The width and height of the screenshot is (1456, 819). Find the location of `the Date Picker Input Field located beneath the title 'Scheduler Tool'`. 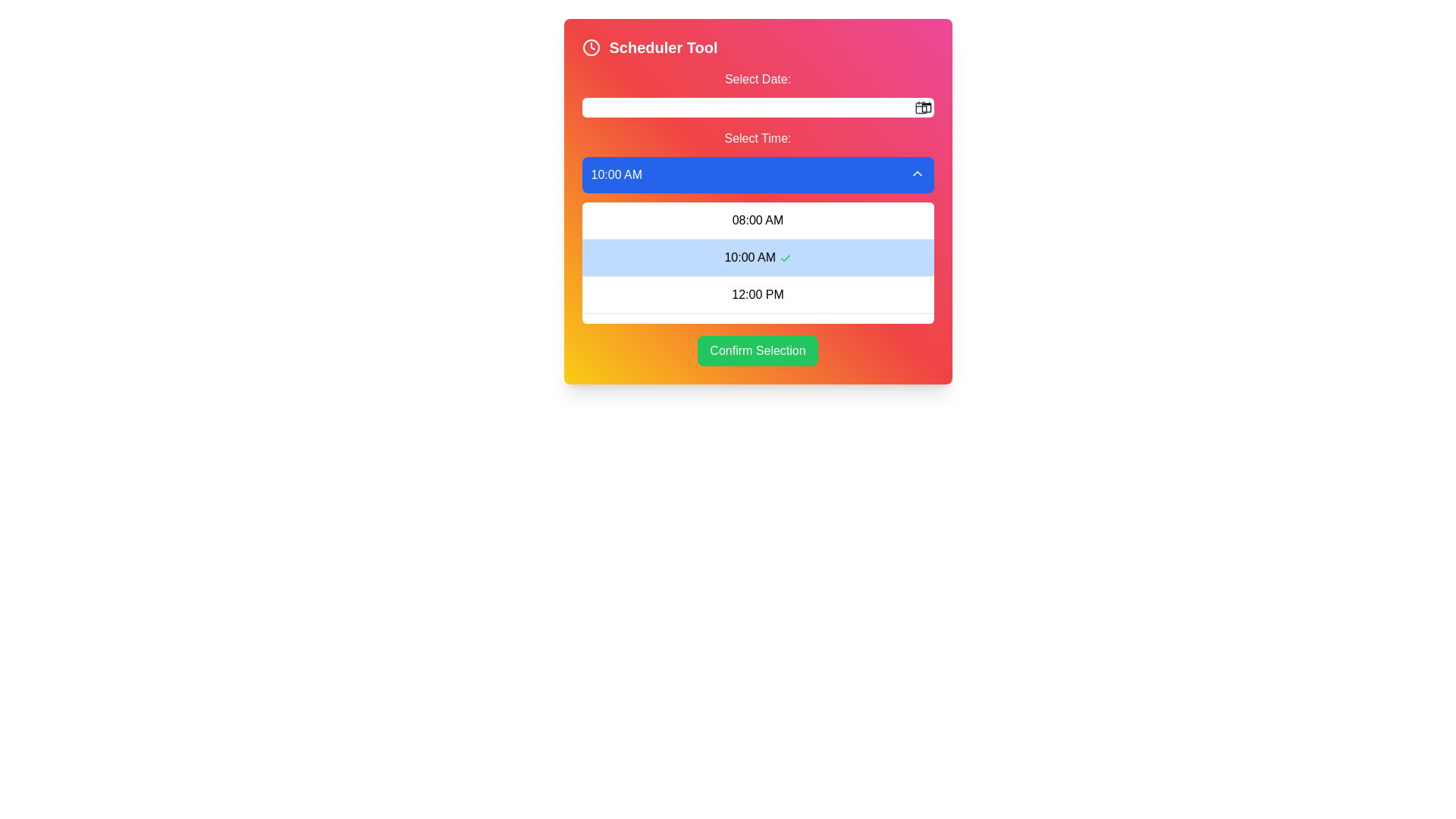

the Date Picker Input Field located beneath the title 'Scheduler Tool' is located at coordinates (758, 93).